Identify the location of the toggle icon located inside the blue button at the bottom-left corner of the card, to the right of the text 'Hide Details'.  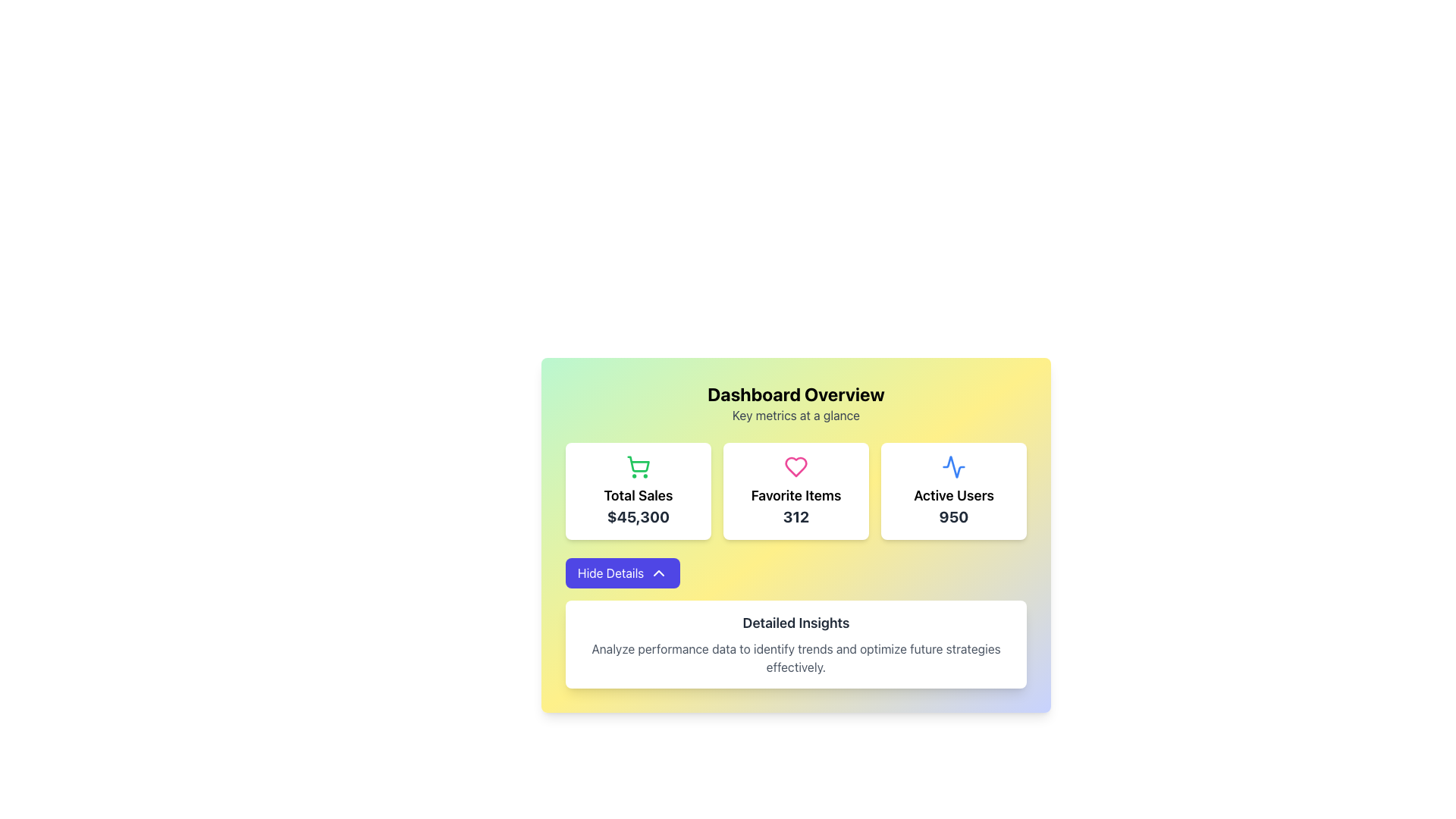
(659, 573).